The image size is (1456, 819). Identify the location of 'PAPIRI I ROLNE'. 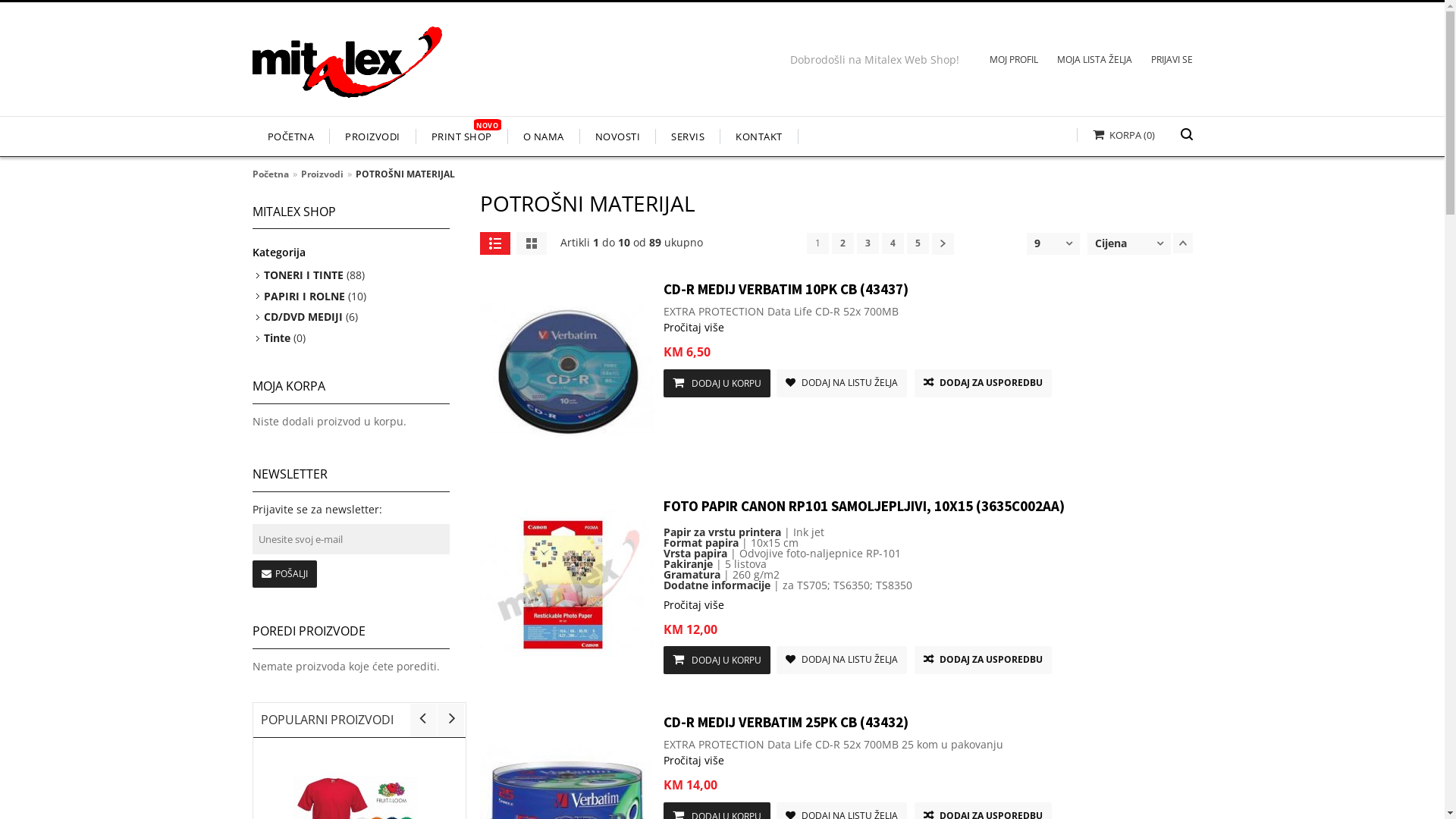
(303, 296).